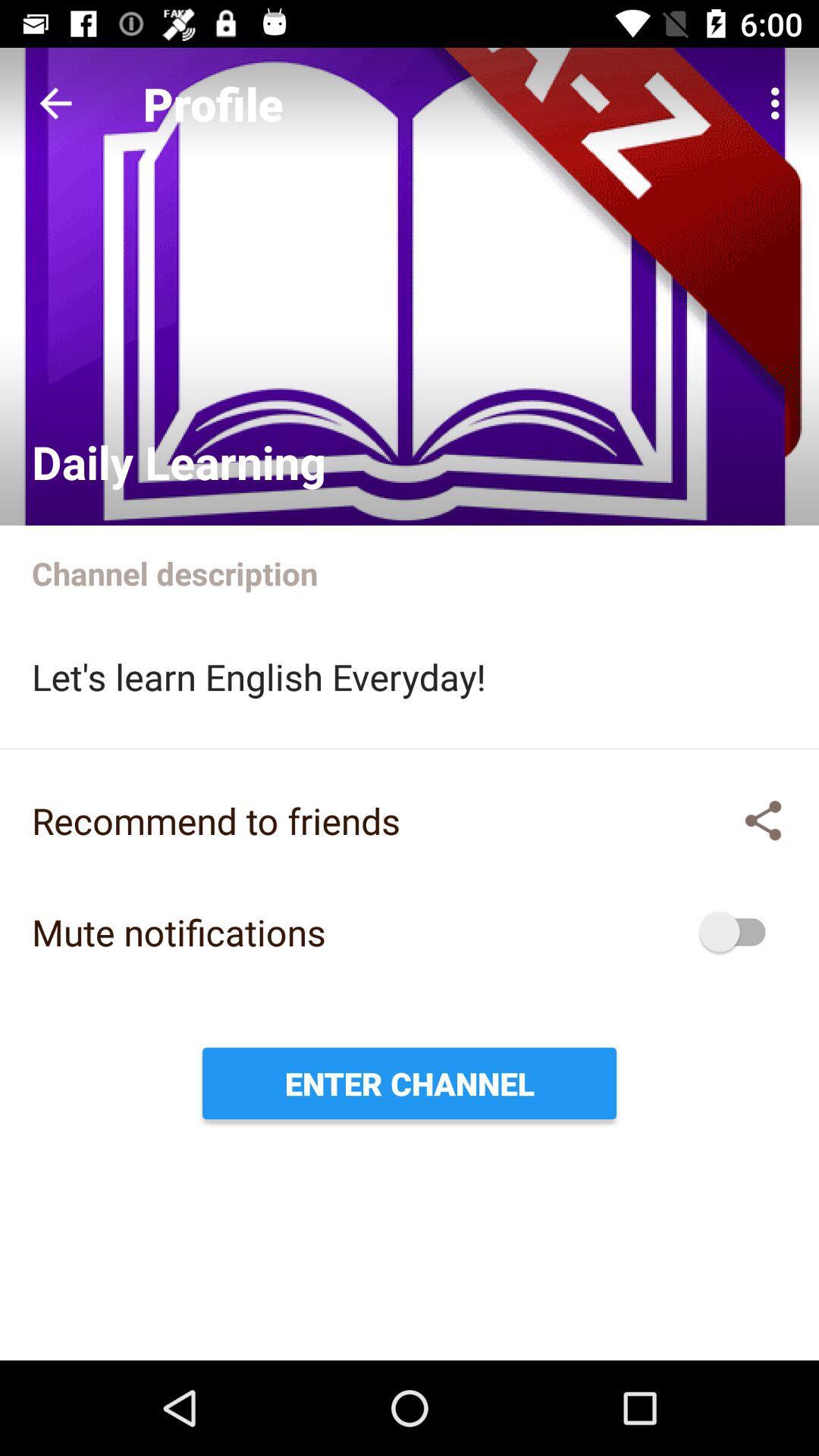 This screenshot has height=1456, width=819. I want to click on the enter channel icon, so click(409, 1082).